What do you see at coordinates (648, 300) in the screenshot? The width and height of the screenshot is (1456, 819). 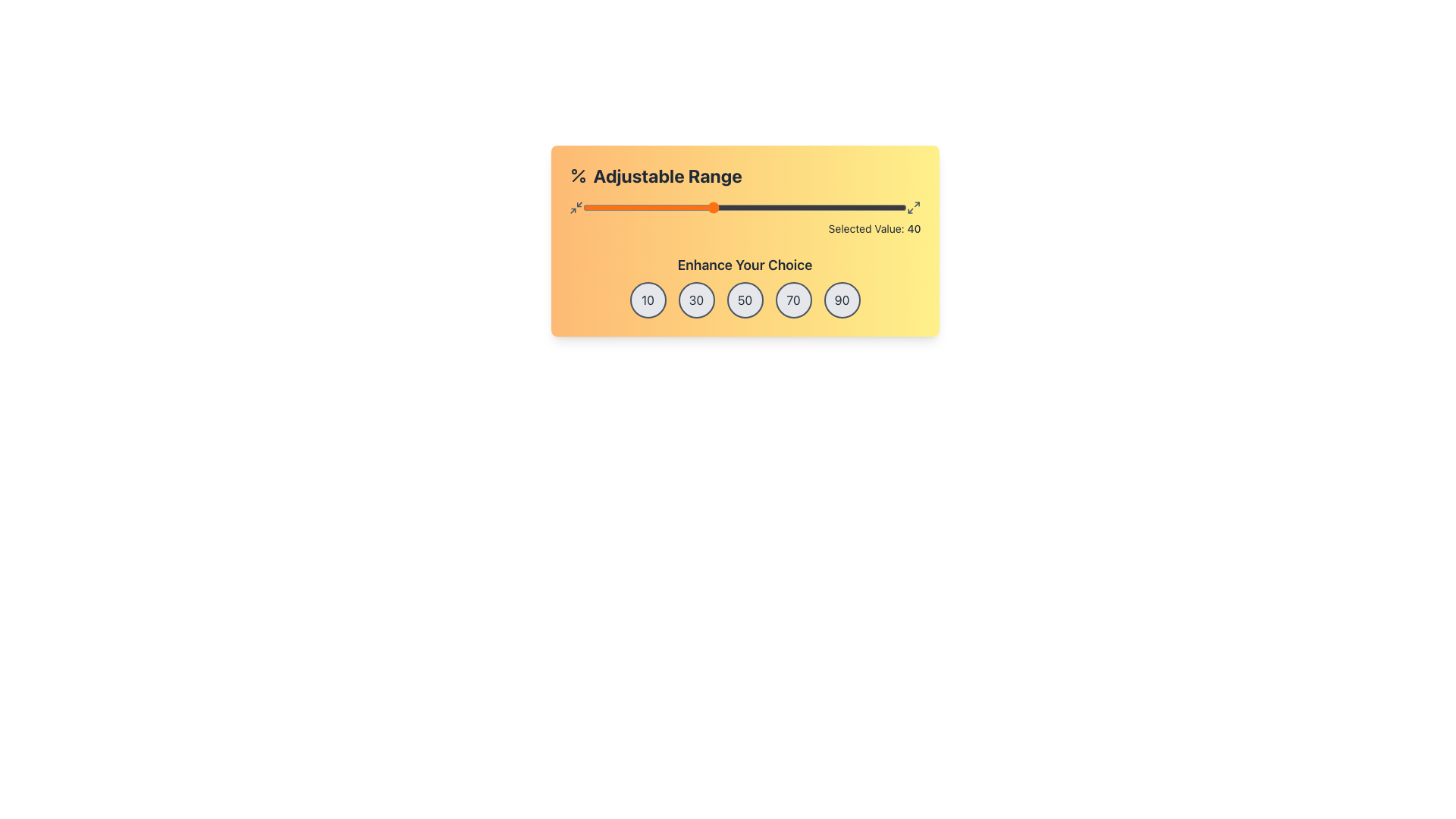 I see `the first circular button that selects a preset value of '10', located centrally below the 'Enhance Your Choice' label` at bounding box center [648, 300].